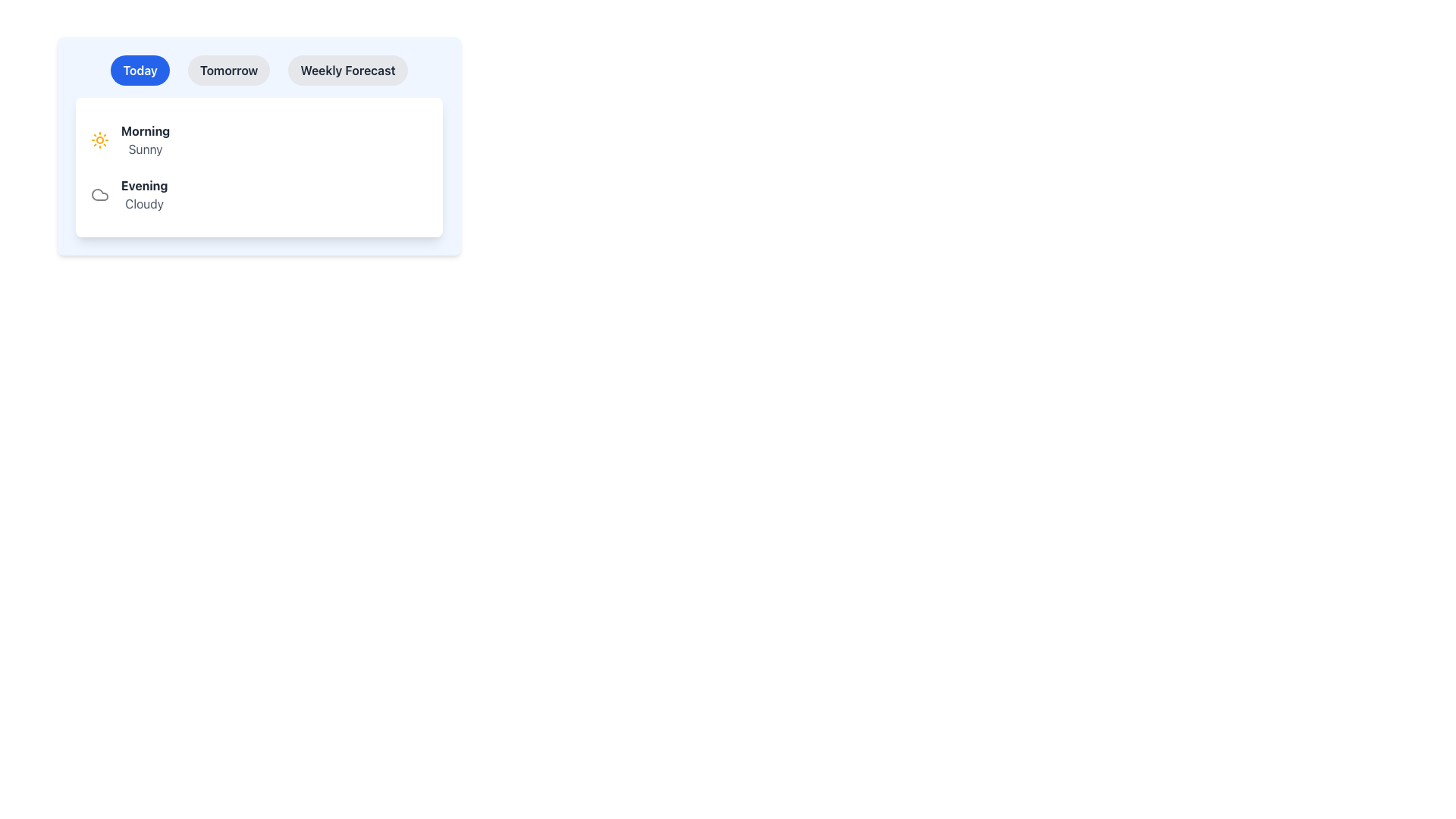 The height and width of the screenshot is (819, 1456). What do you see at coordinates (259, 140) in the screenshot?
I see `the Weather Information Display Block, which is the first item in the vertically arranged list of weather report blocks within the 'Today' tab of the weather forecast interface` at bounding box center [259, 140].